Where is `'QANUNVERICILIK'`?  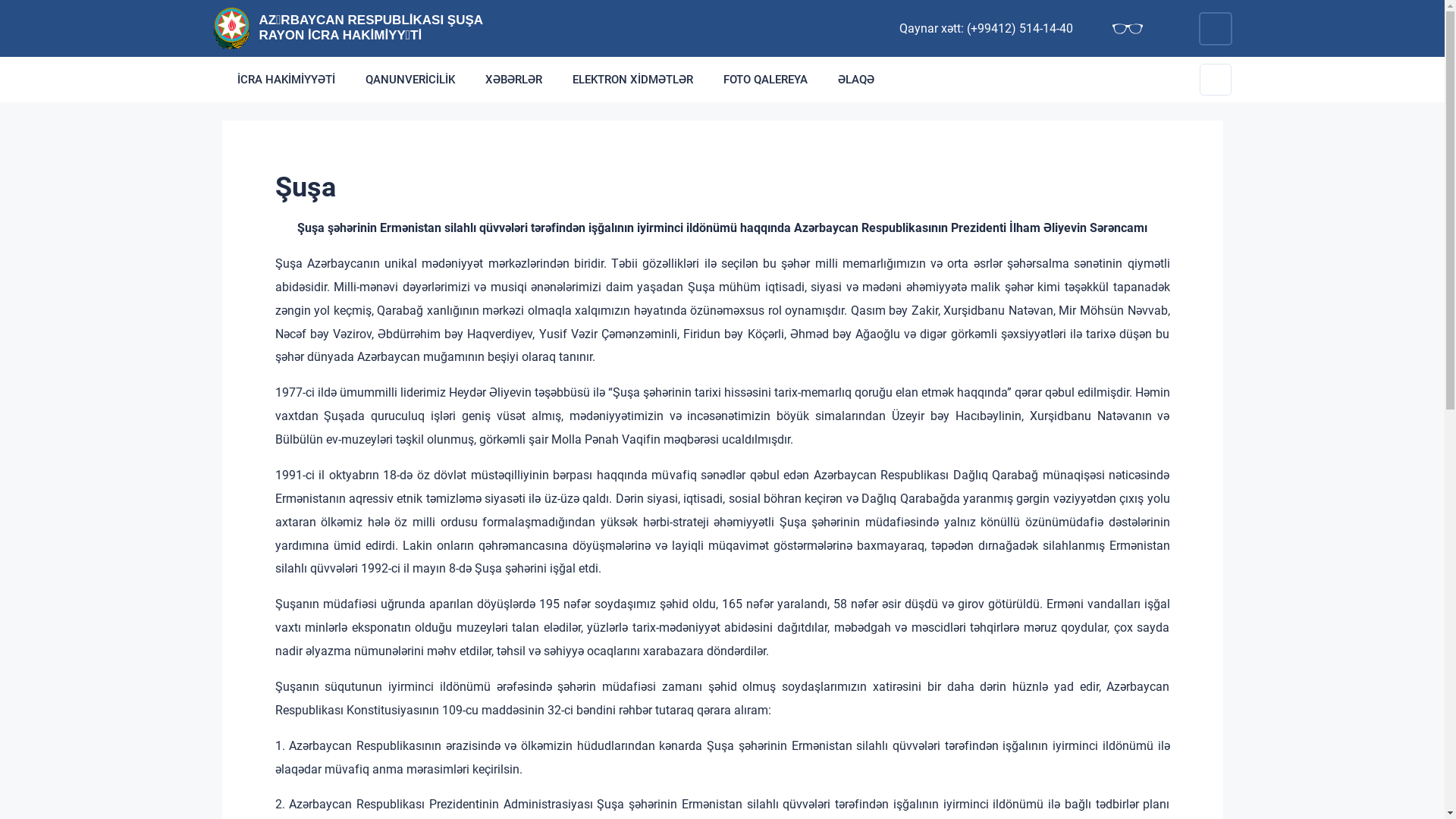 'QANUNVERICILIK' is located at coordinates (410, 79).